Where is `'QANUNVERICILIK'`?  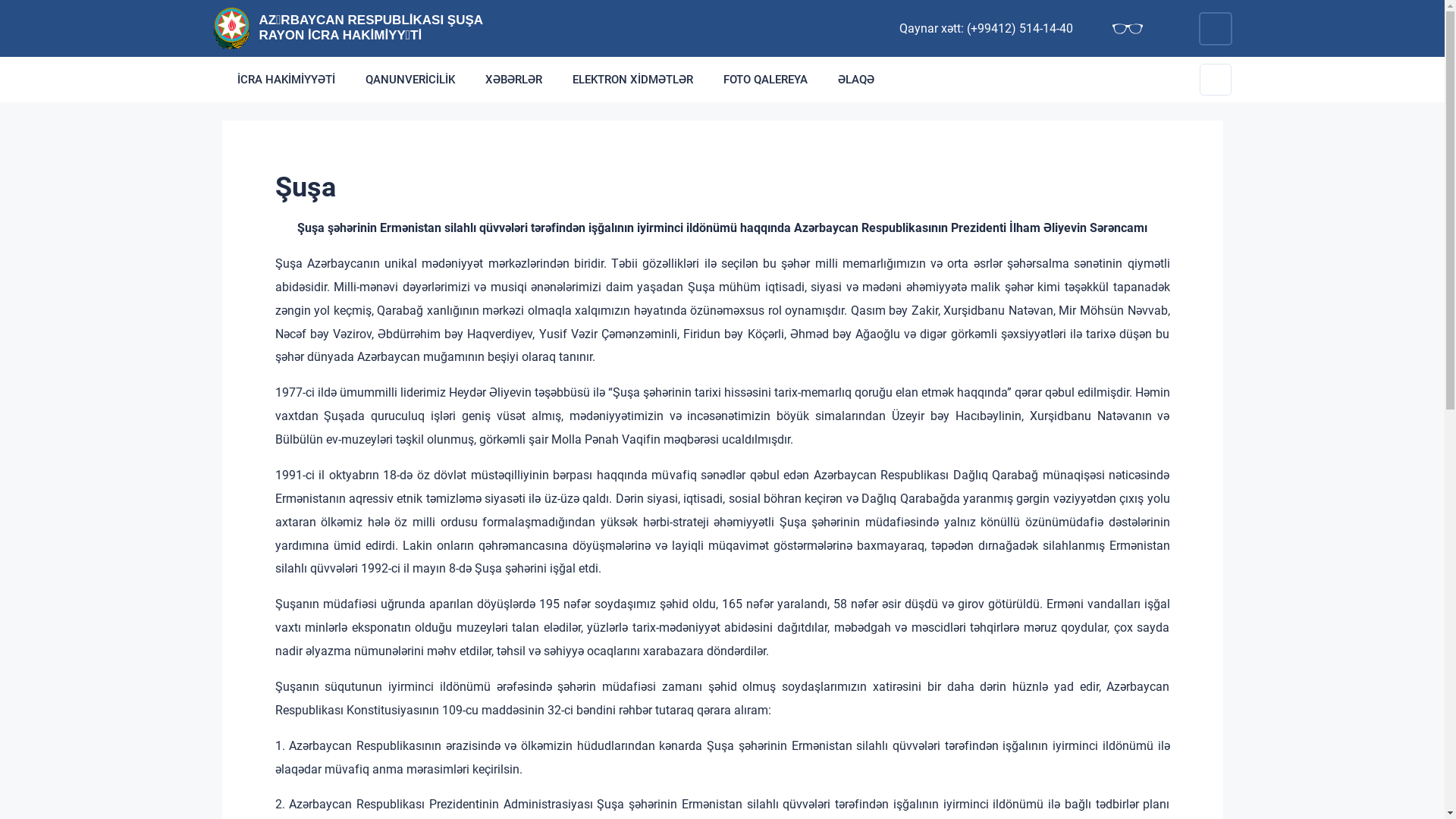 'QANUNVERICILIK' is located at coordinates (410, 79).